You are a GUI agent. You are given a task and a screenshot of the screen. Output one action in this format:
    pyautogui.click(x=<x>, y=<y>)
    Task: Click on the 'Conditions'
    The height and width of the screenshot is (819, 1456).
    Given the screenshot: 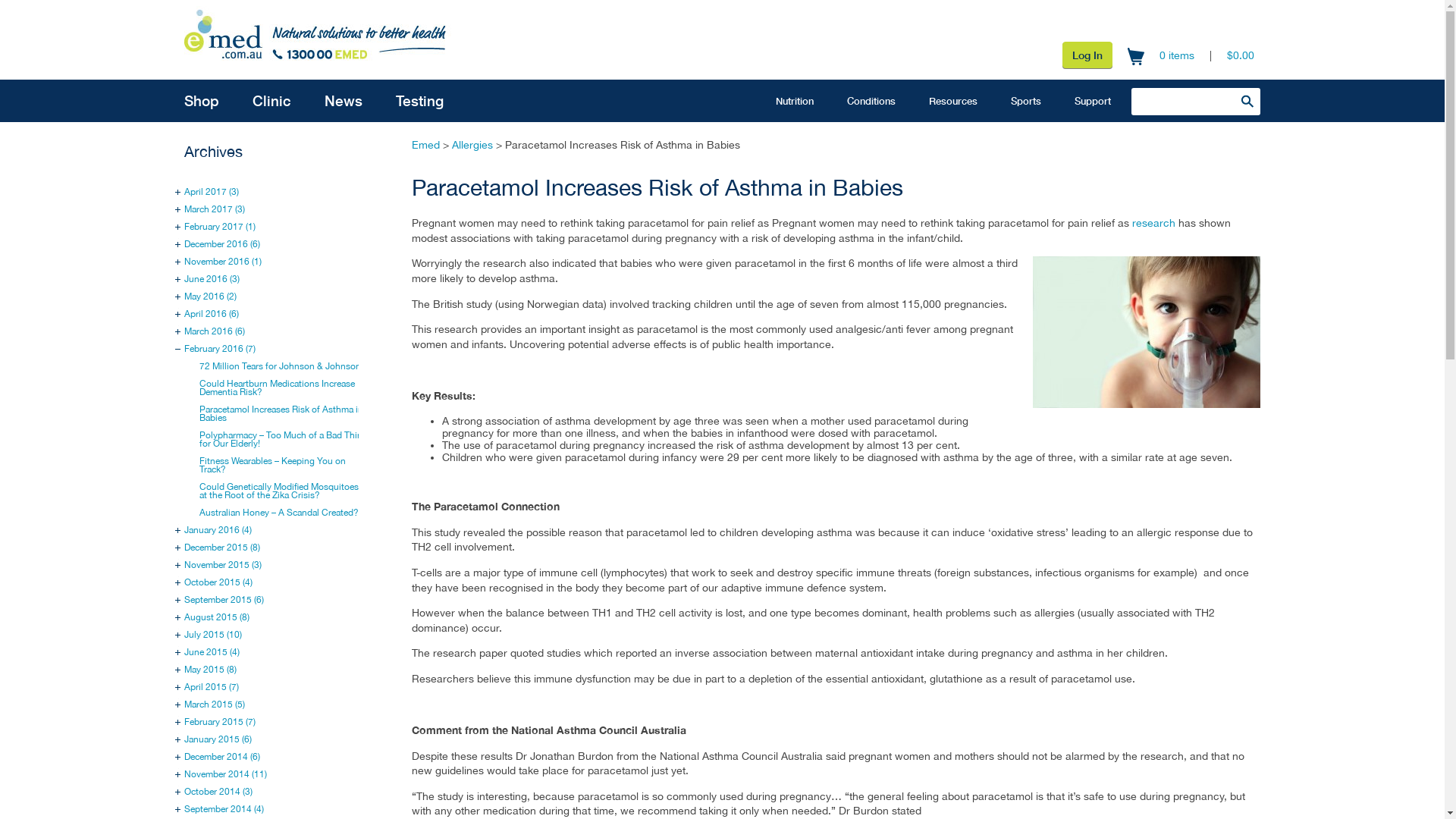 What is the action you would take?
    pyautogui.click(x=871, y=100)
    